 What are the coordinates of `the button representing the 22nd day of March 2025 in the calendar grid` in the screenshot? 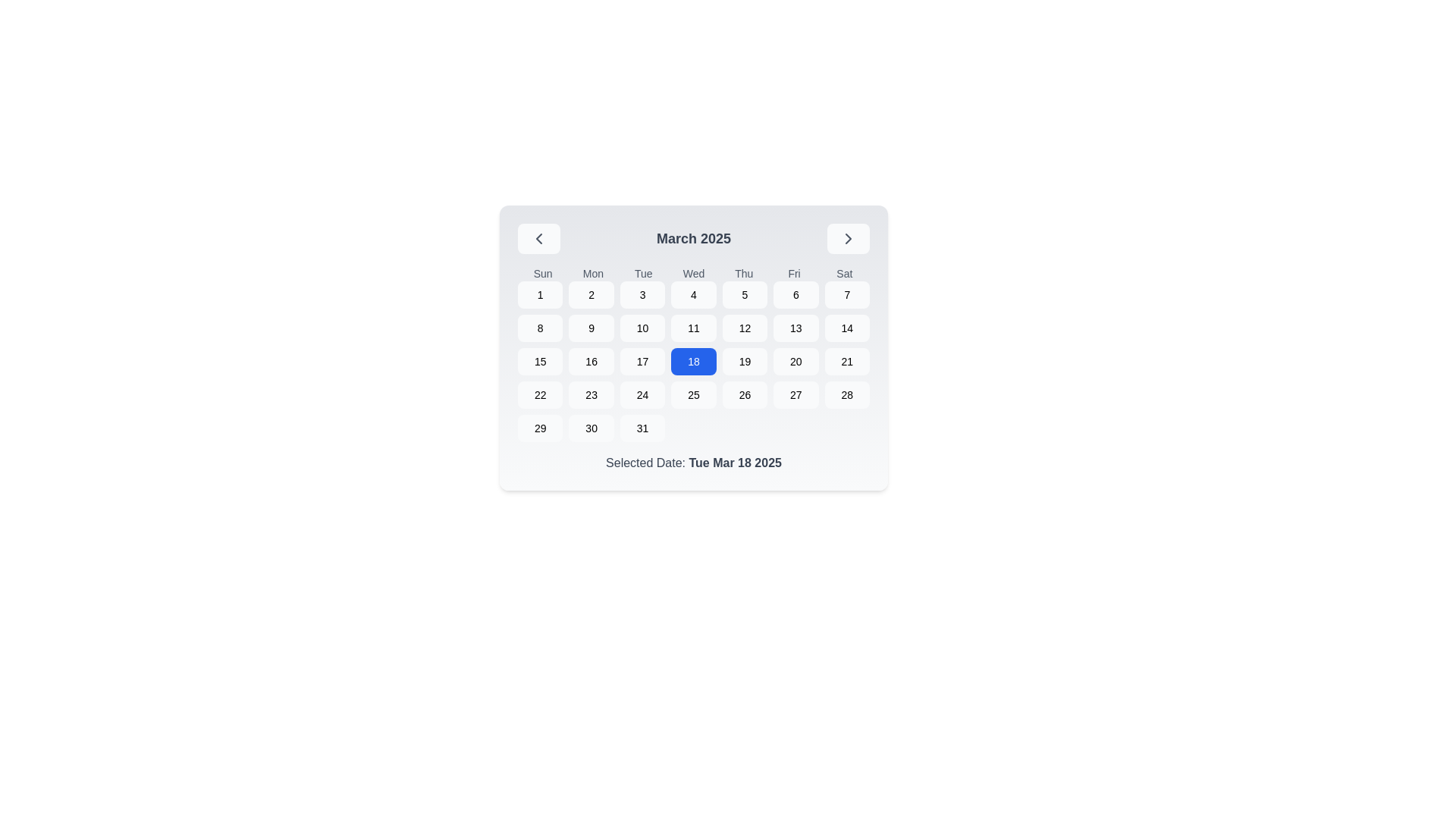 It's located at (540, 394).